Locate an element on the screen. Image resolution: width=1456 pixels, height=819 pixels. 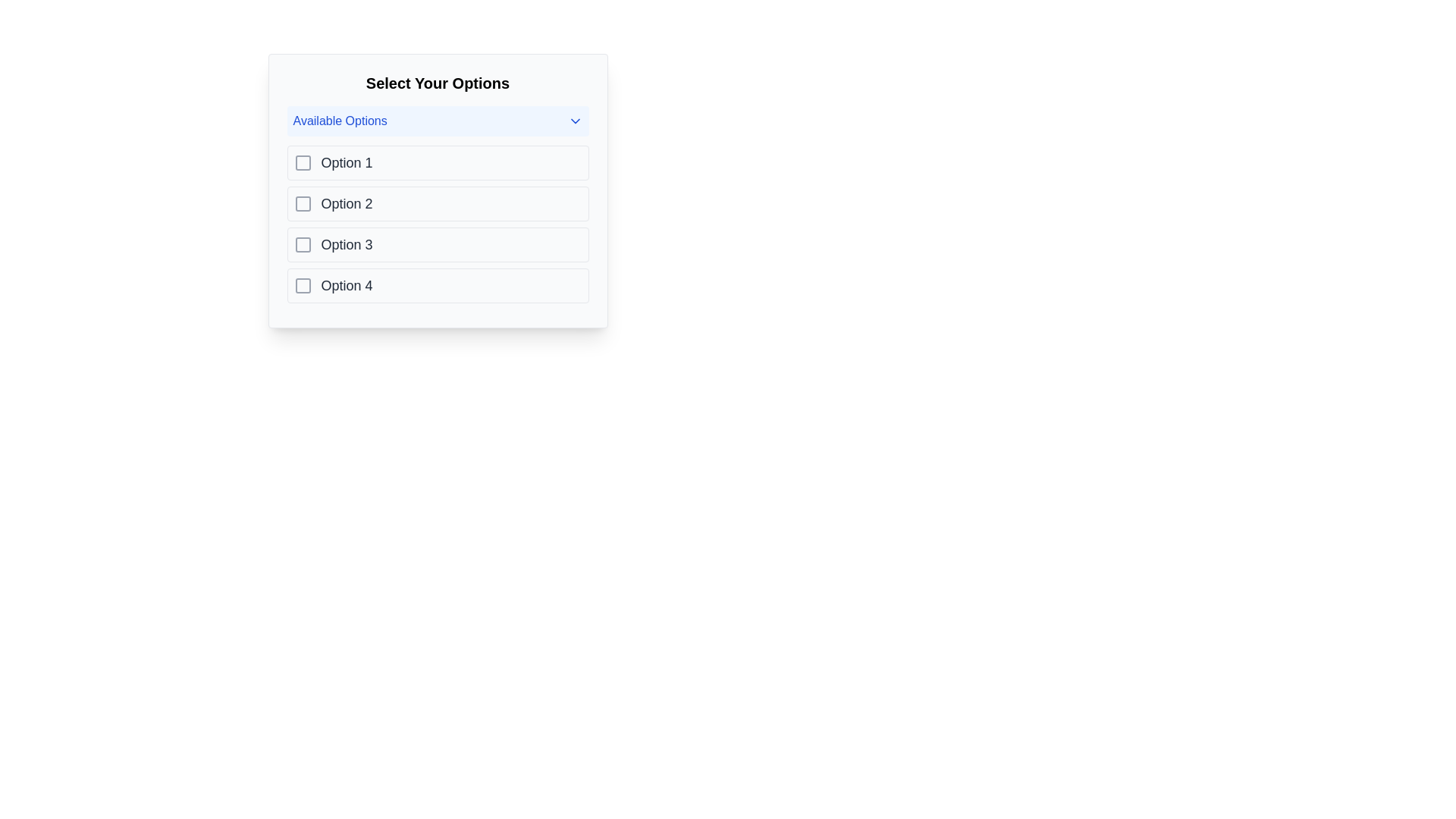
text of the label displaying 'Option 2', which is styled in dark gray and positioned to the right of an icon in the second option row is located at coordinates (346, 203).